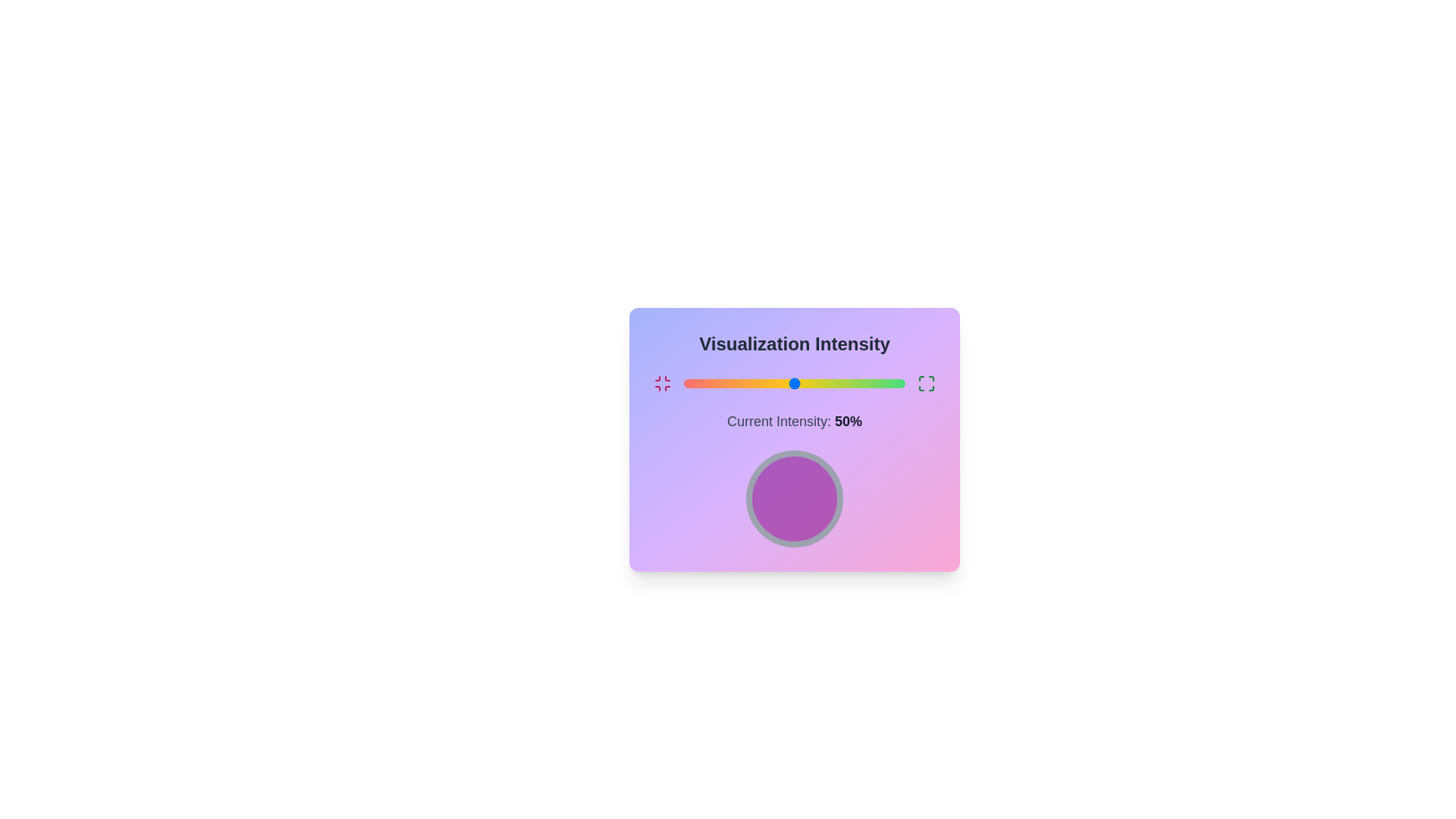  What do you see at coordinates (926, 382) in the screenshot?
I see `the 'Maximize' icon to expand the visualization` at bounding box center [926, 382].